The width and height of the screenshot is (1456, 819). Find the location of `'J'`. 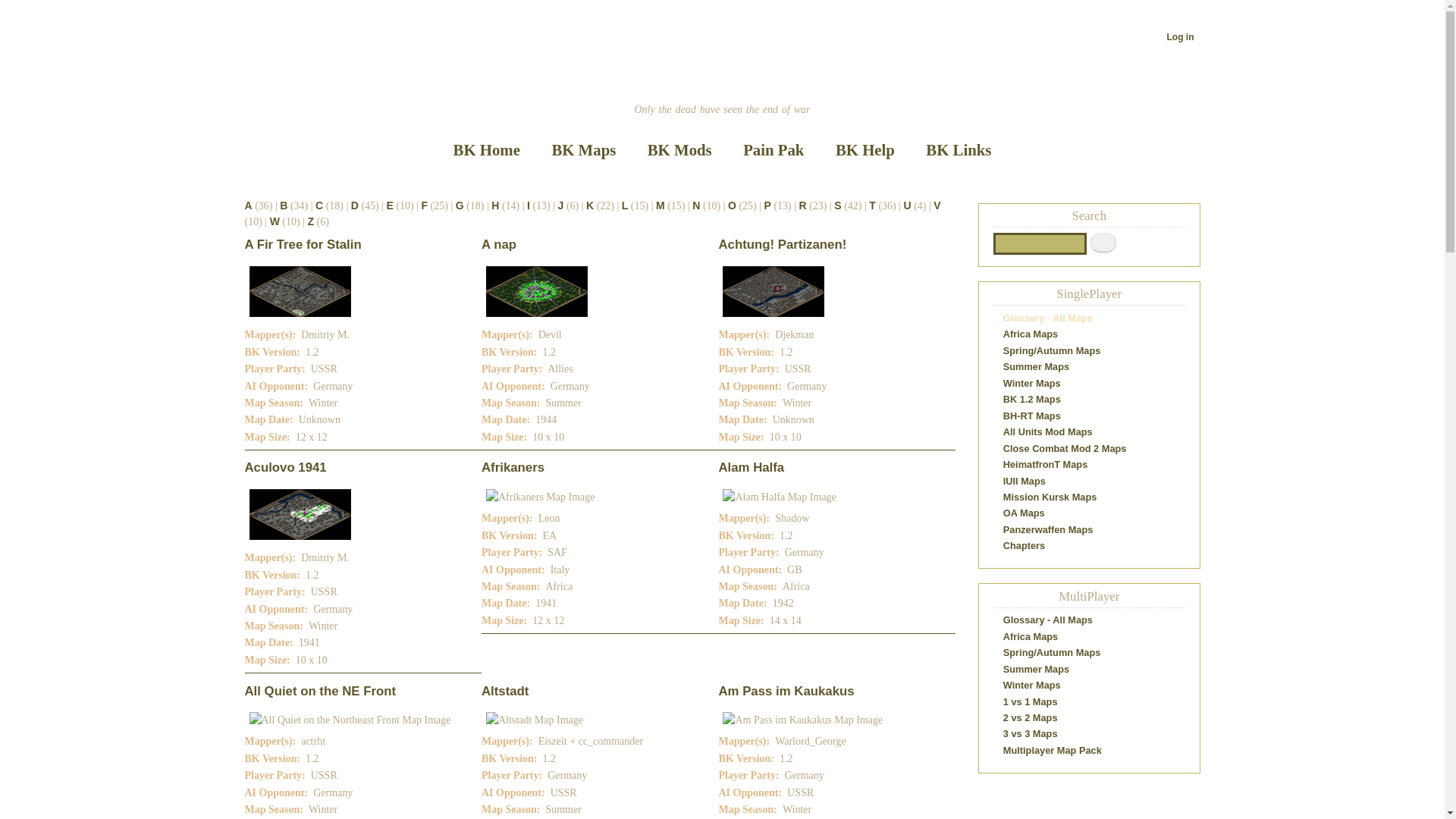

'J' is located at coordinates (557, 205).